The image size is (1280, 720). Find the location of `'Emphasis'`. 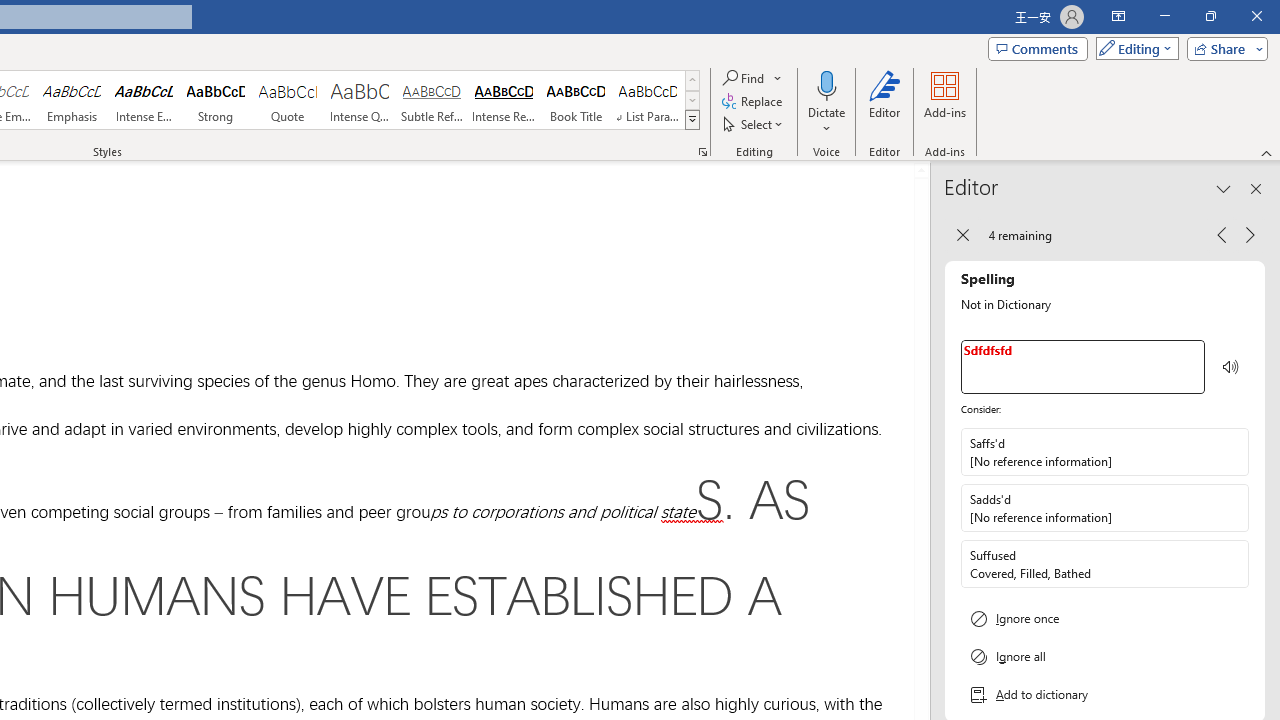

'Emphasis' is located at coordinates (71, 100).